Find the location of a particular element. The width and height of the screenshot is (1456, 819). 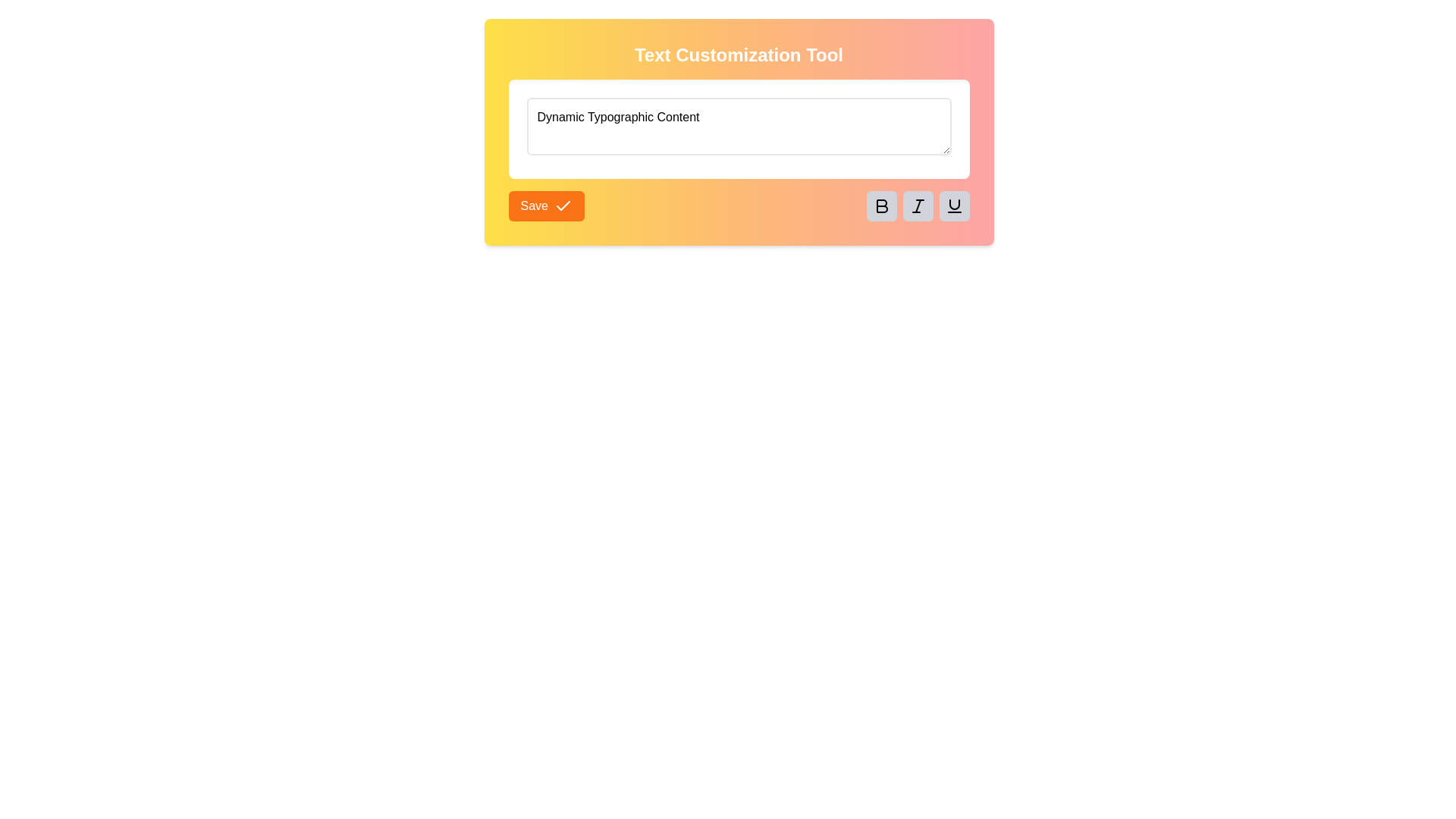

the first button in the group of formatting buttons is located at coordinates (881, 206).